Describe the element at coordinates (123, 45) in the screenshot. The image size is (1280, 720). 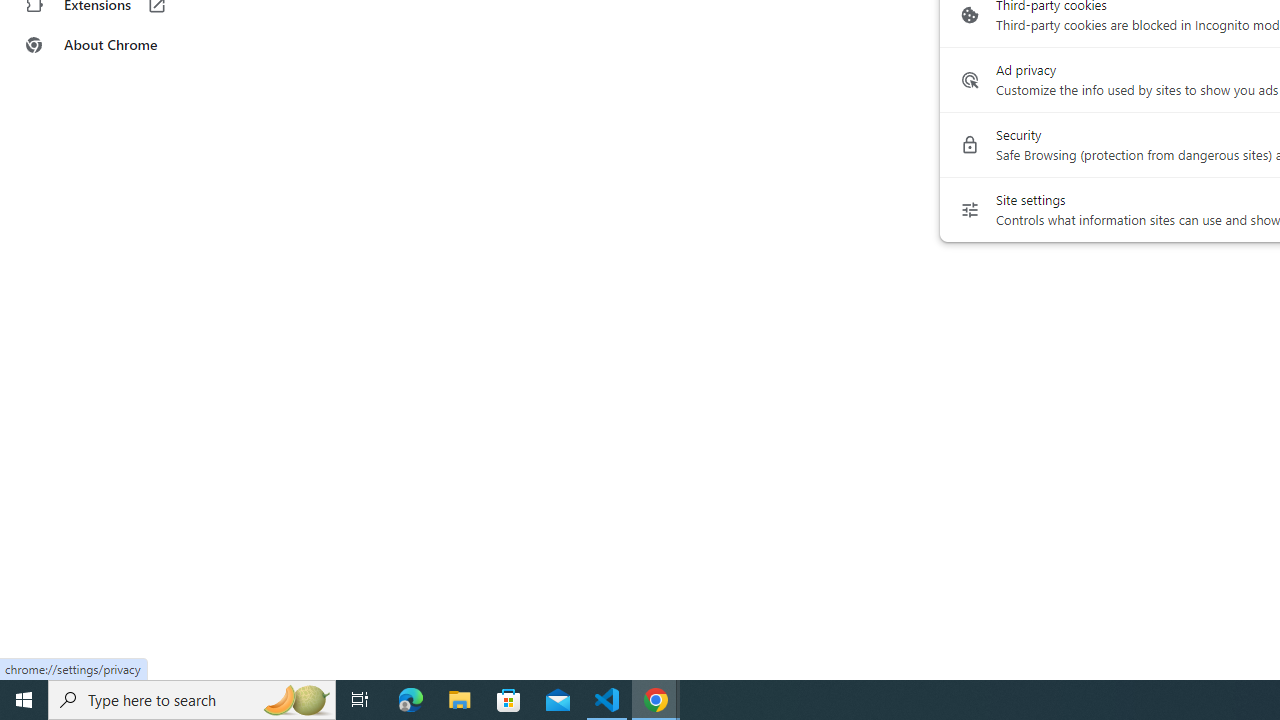
I see `'About Chrome'` at that location.